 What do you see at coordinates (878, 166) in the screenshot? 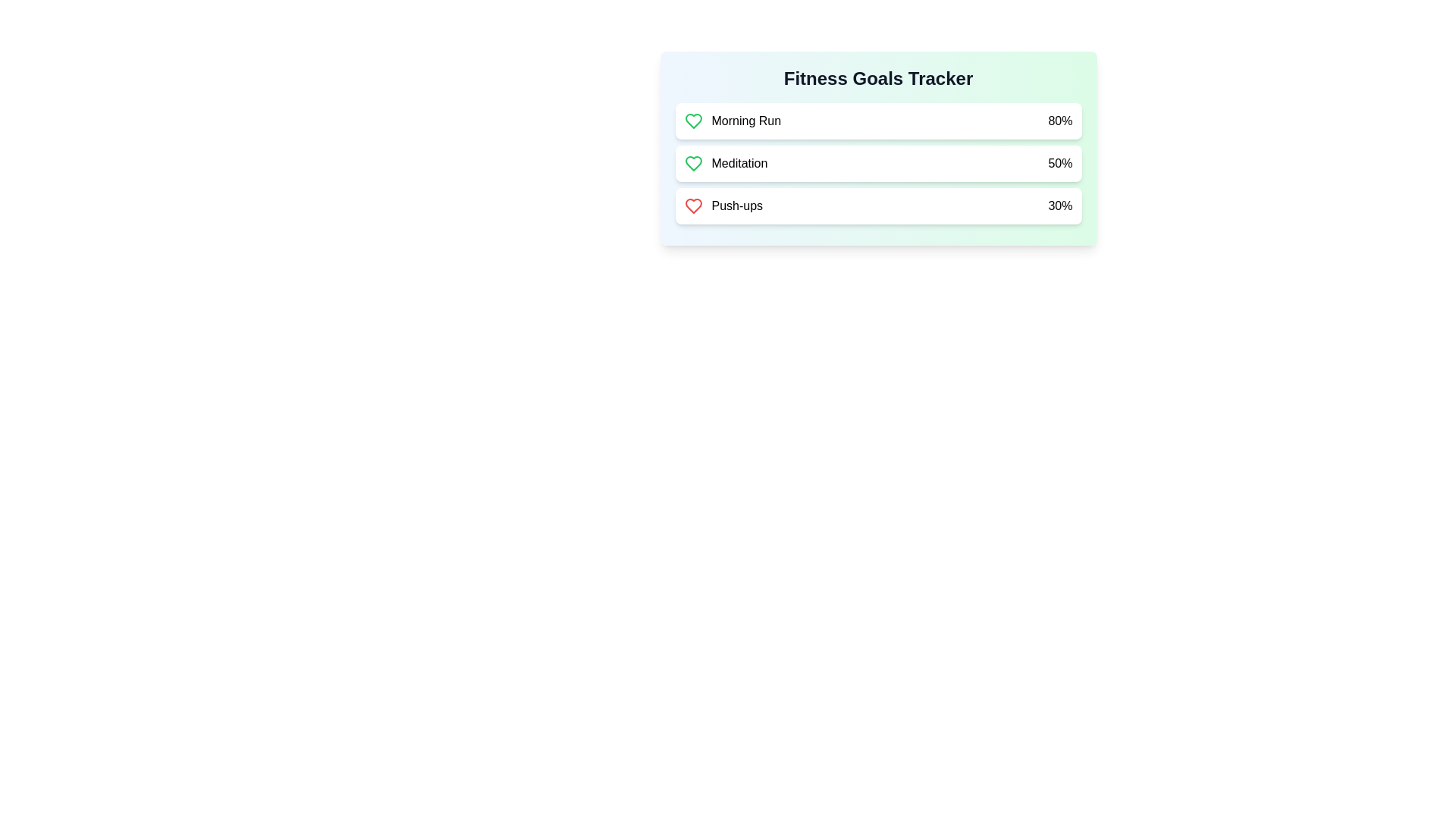
I see `the Information List displaying progress metrics for activities like Morning Run, Meditation, and Push-ups` at bounding box center [878, 166].